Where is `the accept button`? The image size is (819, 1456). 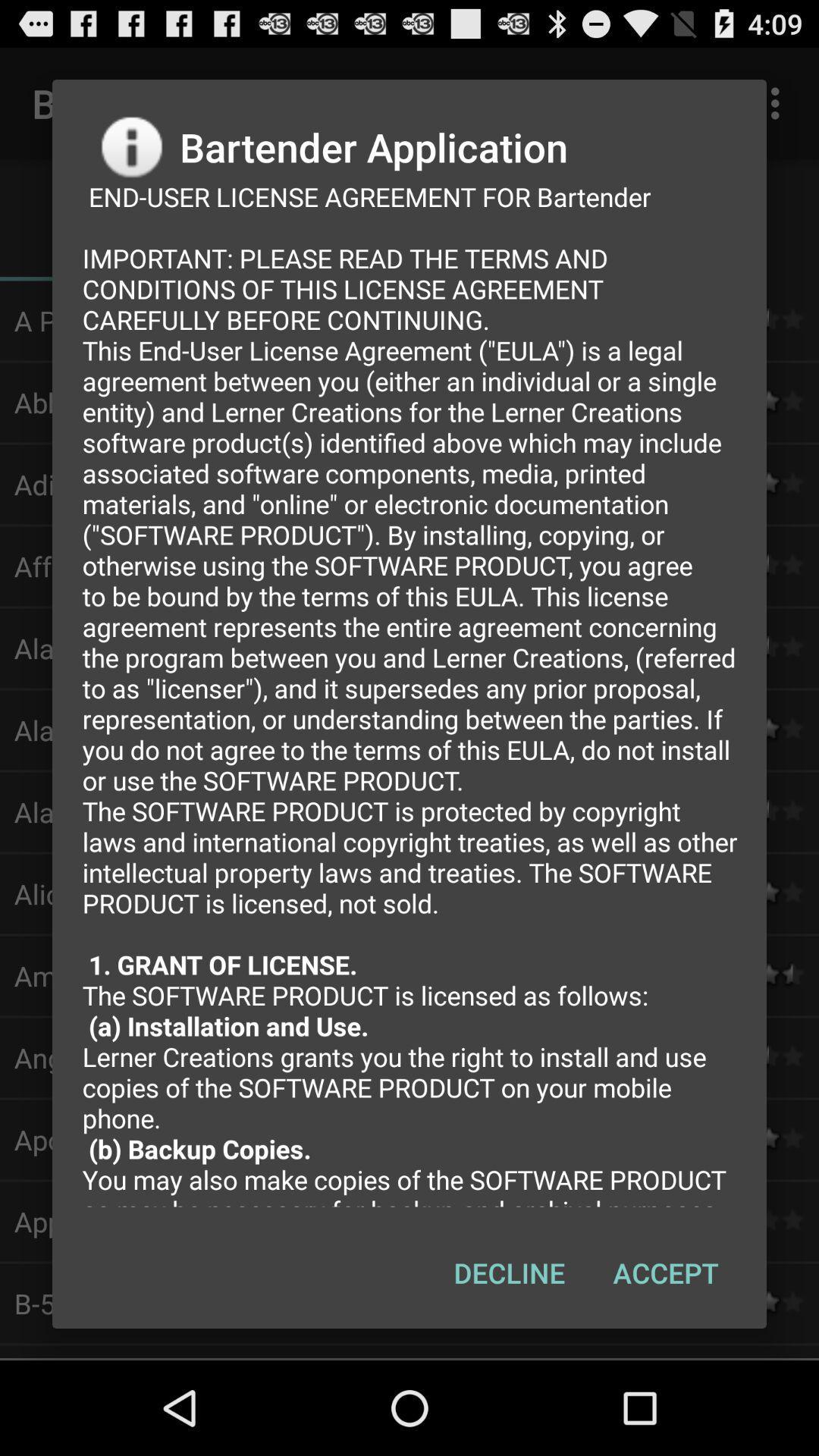
the accept button is located at coordinates (665, 1272).